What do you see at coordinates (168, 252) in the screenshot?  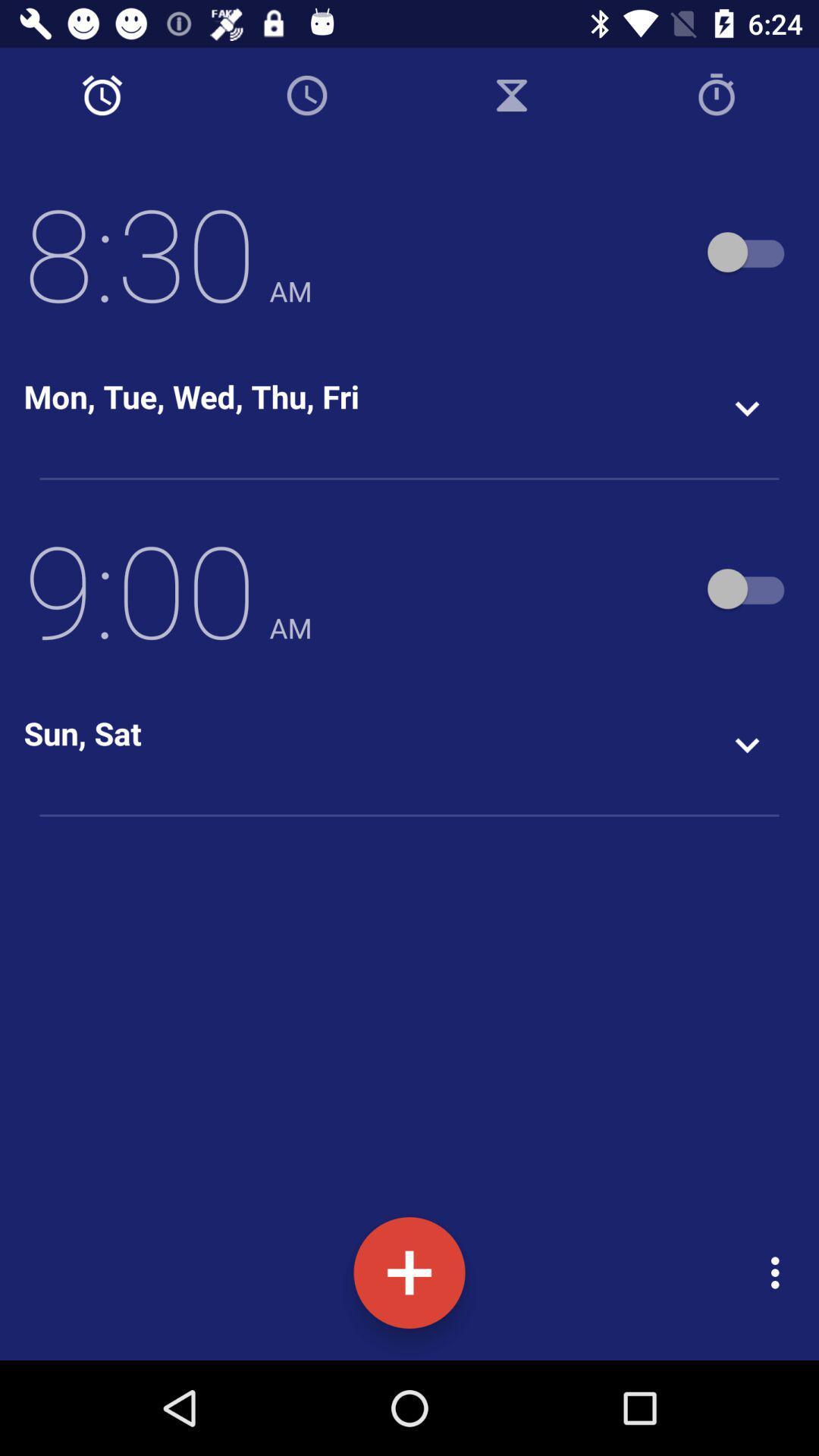 I see `the item above the mon tue wed` at bounding box center [168, 252].